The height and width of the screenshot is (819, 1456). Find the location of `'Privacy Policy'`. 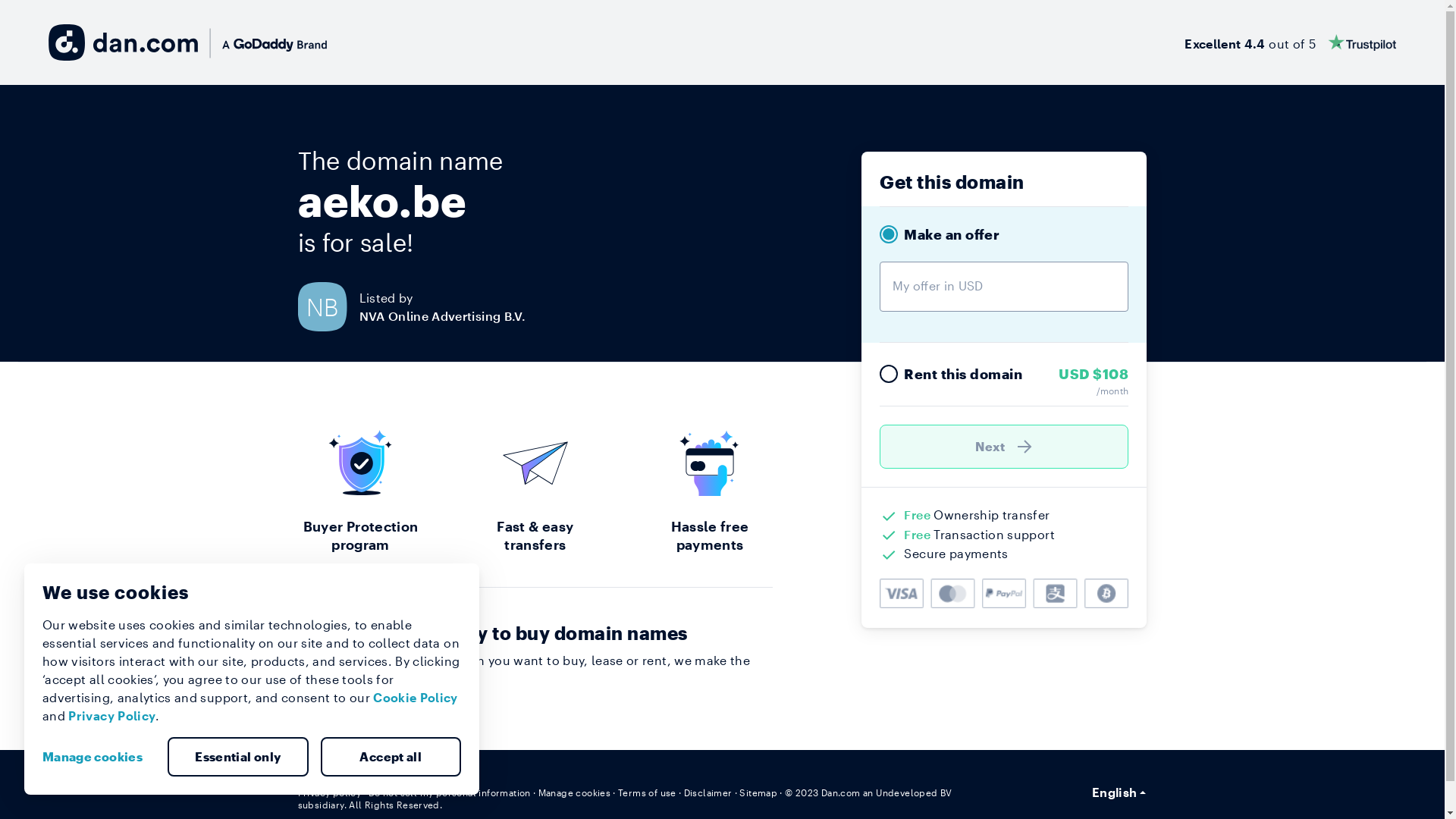

'Privacy Policy' is located at coordinates (111, 715).